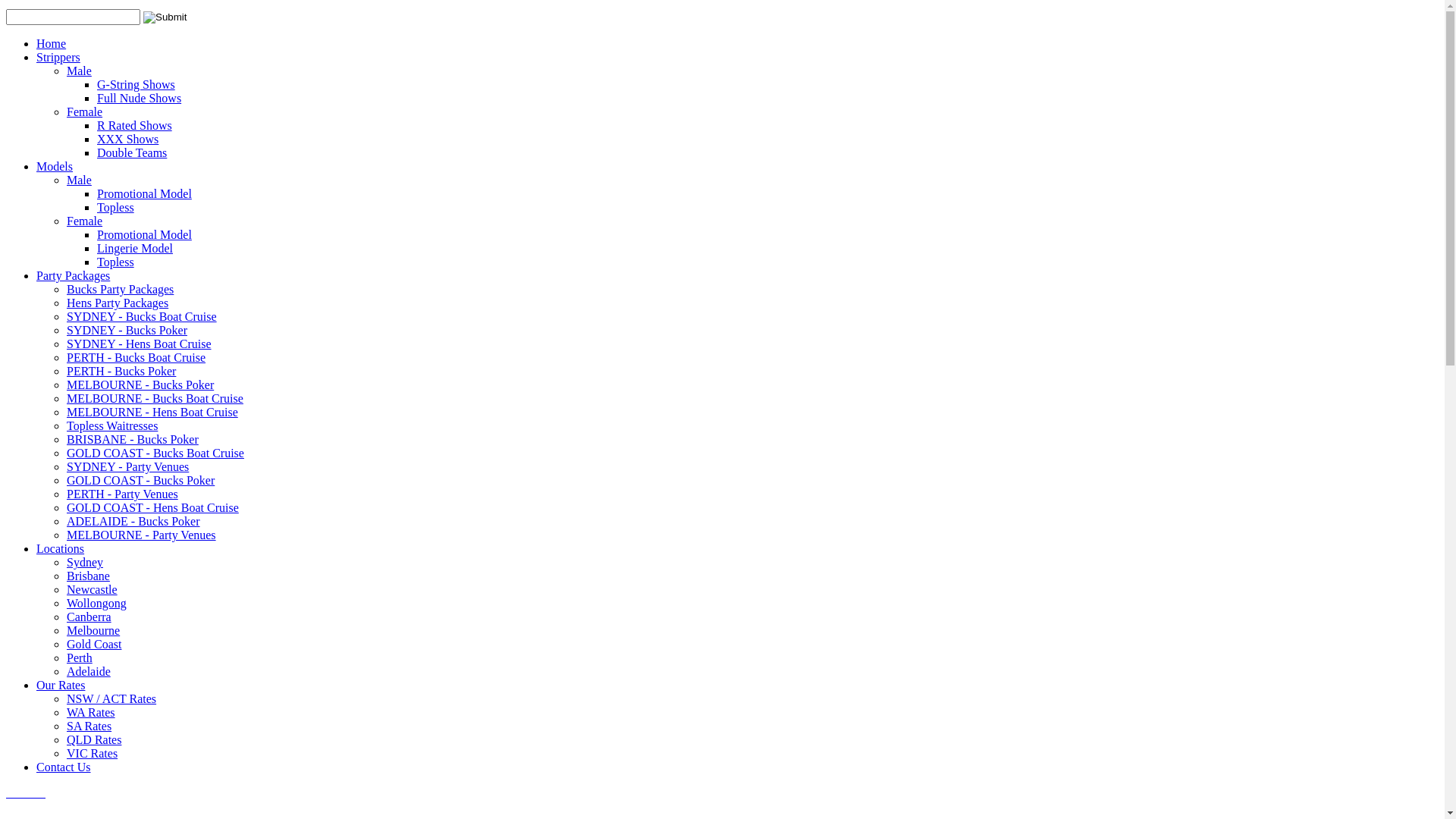 The height and width of the screenshot is (819, 1456). I want to click on 'Sydney', so click(83, 562).